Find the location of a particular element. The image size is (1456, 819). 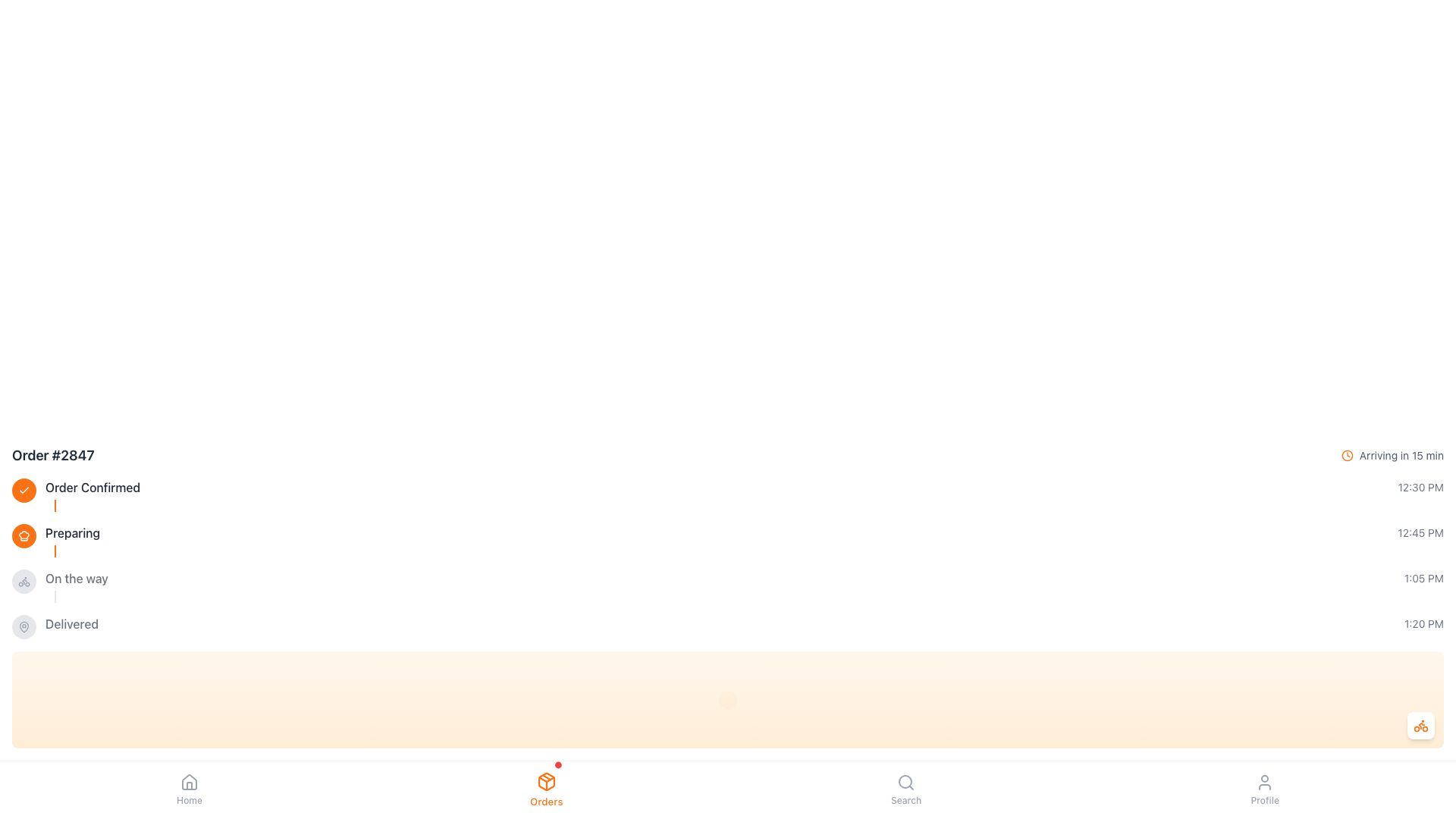

the second vertical line in the series of status indicators, which marks the 'Preparing' phase as active is located at coordinates (55, 551).